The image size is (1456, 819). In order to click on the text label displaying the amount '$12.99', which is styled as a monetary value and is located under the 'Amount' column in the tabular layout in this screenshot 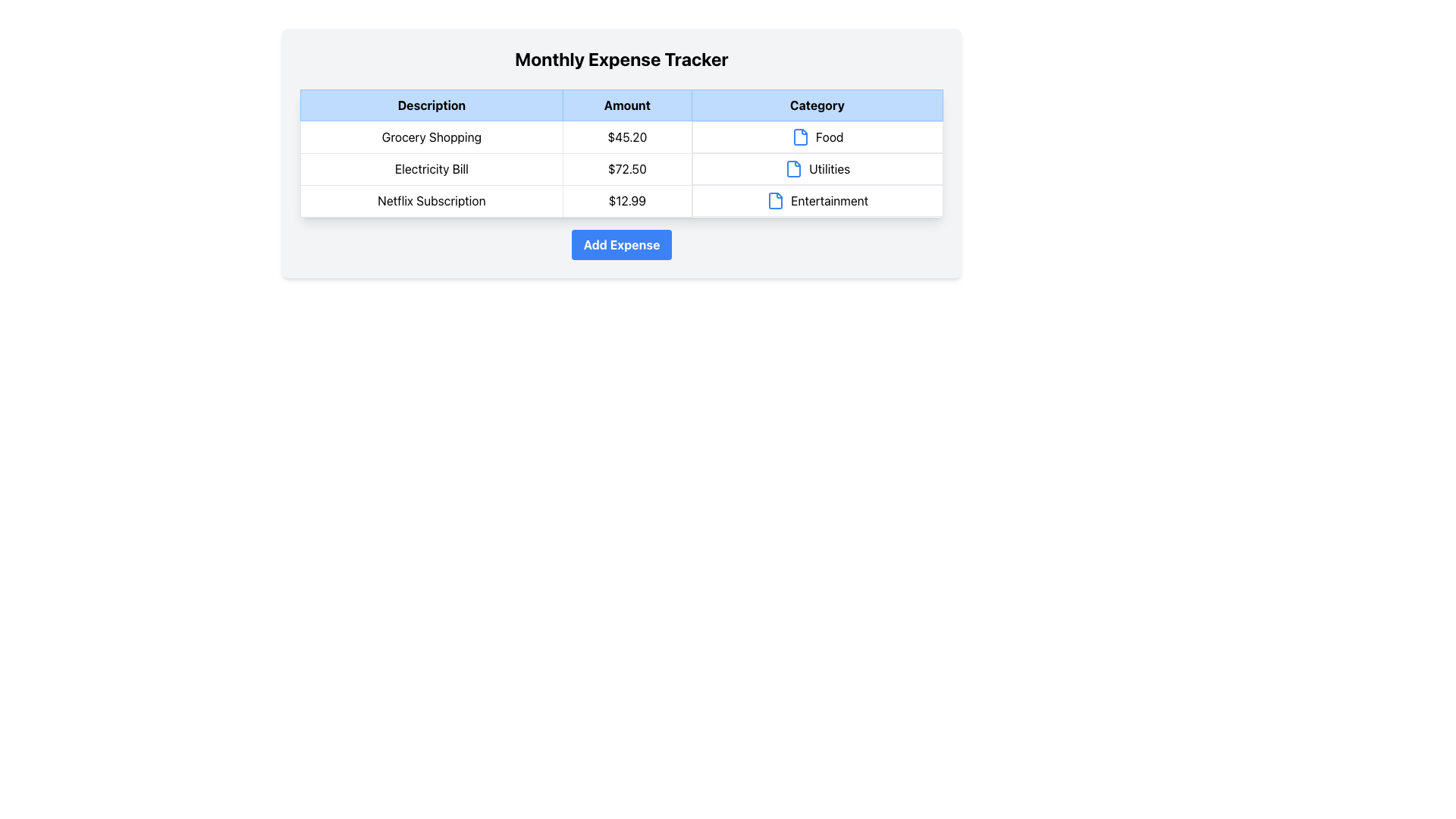, I will do `click(627, 200)`.